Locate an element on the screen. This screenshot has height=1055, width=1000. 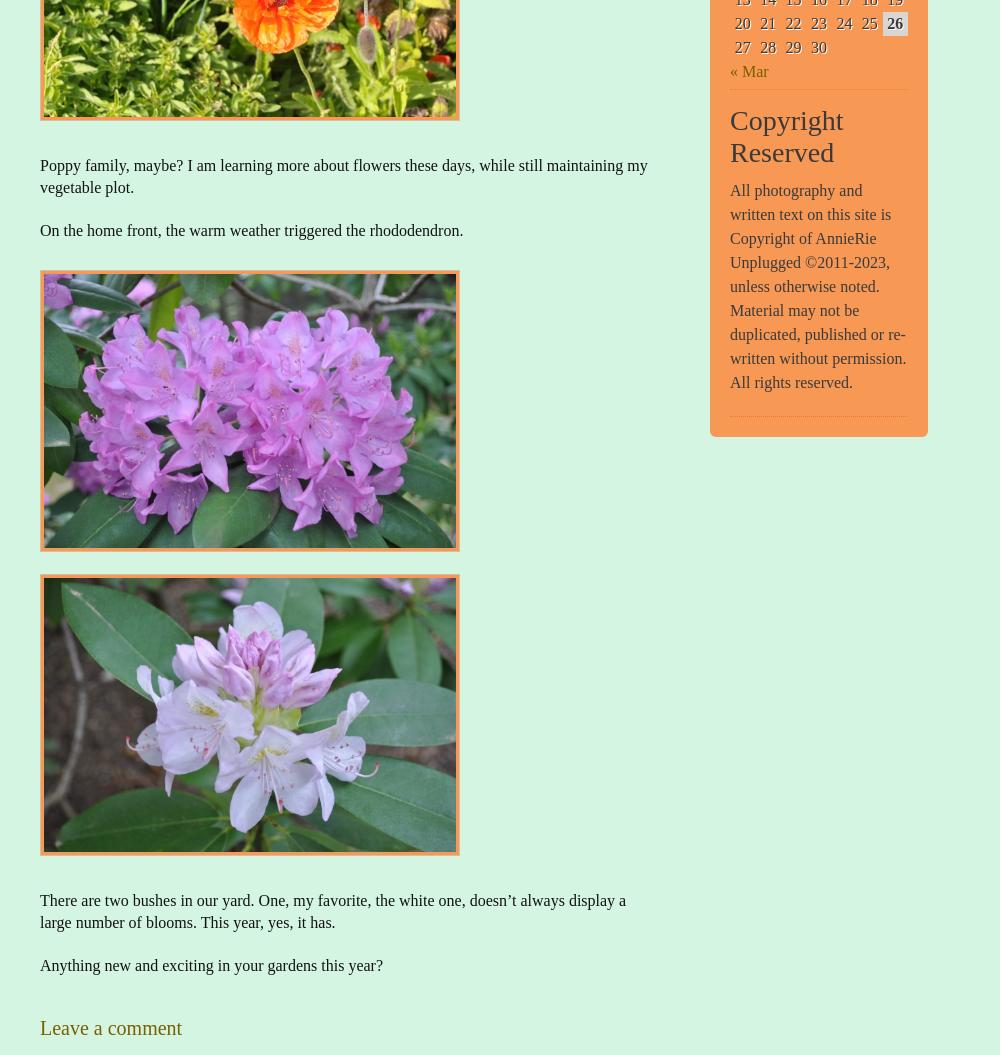
'25' is located at coordinates (860, 22).